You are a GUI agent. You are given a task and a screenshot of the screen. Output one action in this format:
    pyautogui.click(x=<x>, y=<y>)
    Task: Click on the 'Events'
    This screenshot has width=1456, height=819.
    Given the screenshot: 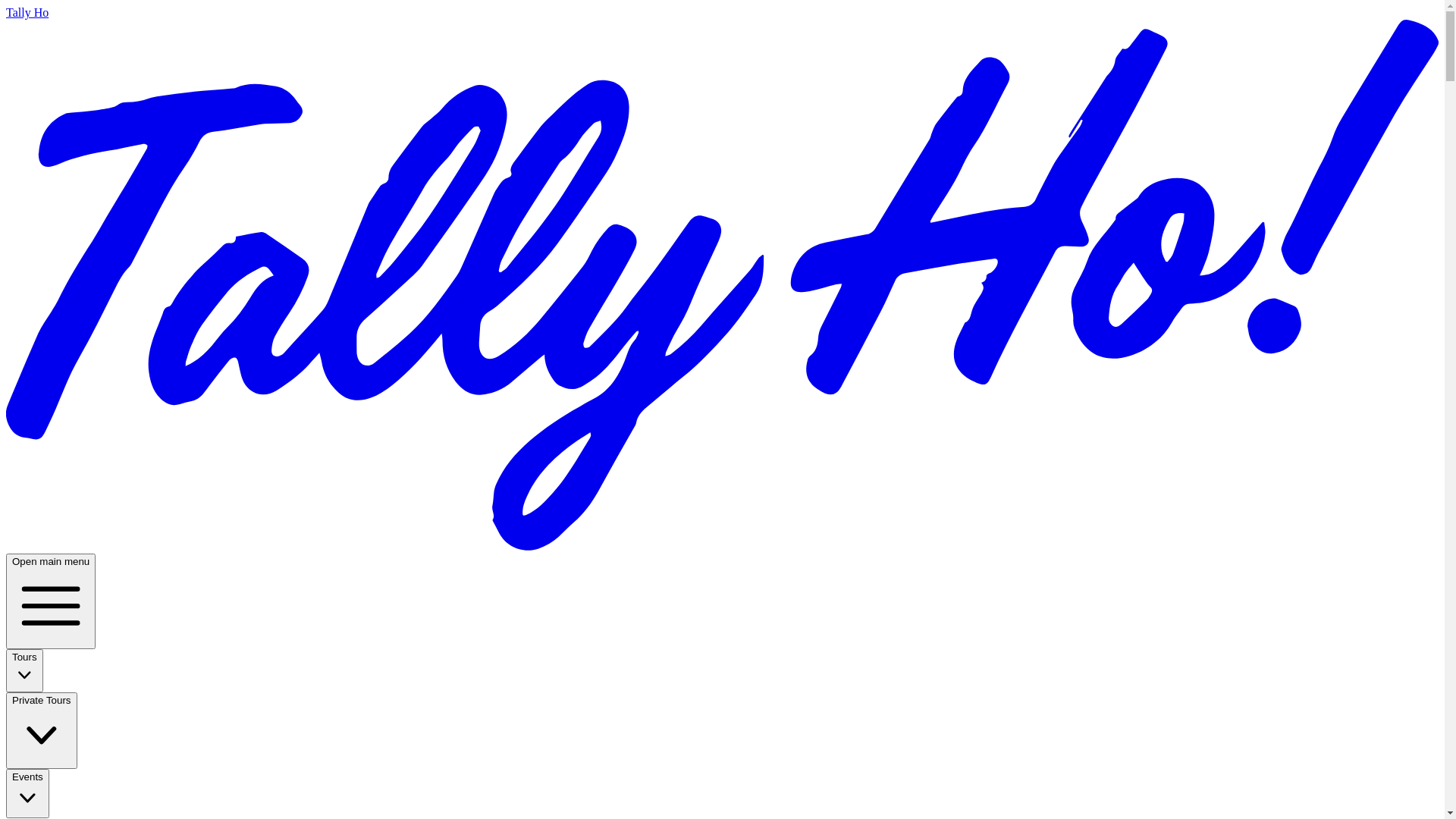 What is the action you would take?
    pyautogui.click(x=6, y=792)
    